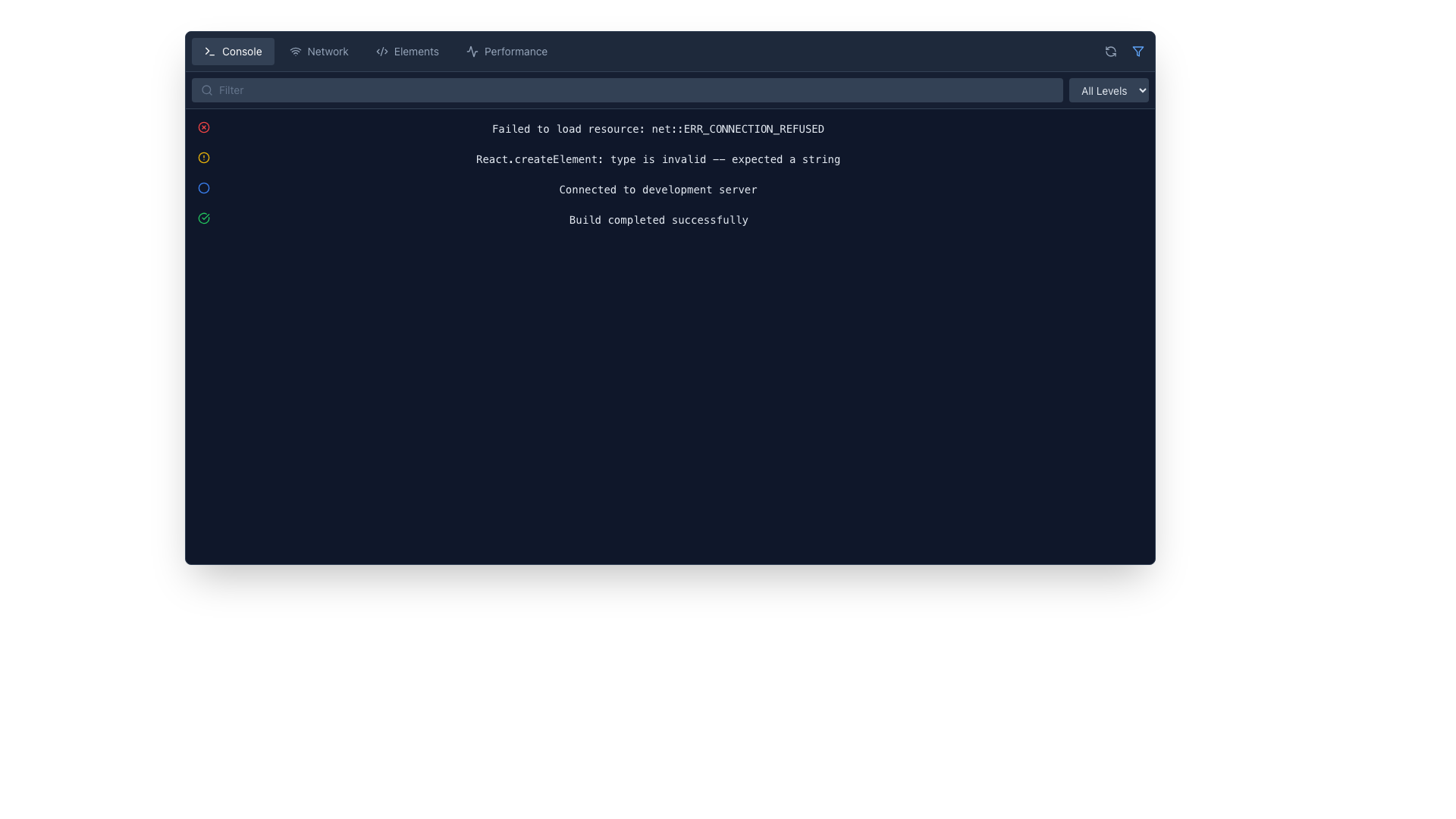 Image resolution: width=1456 pixels, height=819 pixels. What do you see at coordinates (202, 158) in the screenshot?
I see `the warning indicator represented by the SVG circle, which is part of an icon in the toolbar area of the interface` at bounding box center [202, 158].